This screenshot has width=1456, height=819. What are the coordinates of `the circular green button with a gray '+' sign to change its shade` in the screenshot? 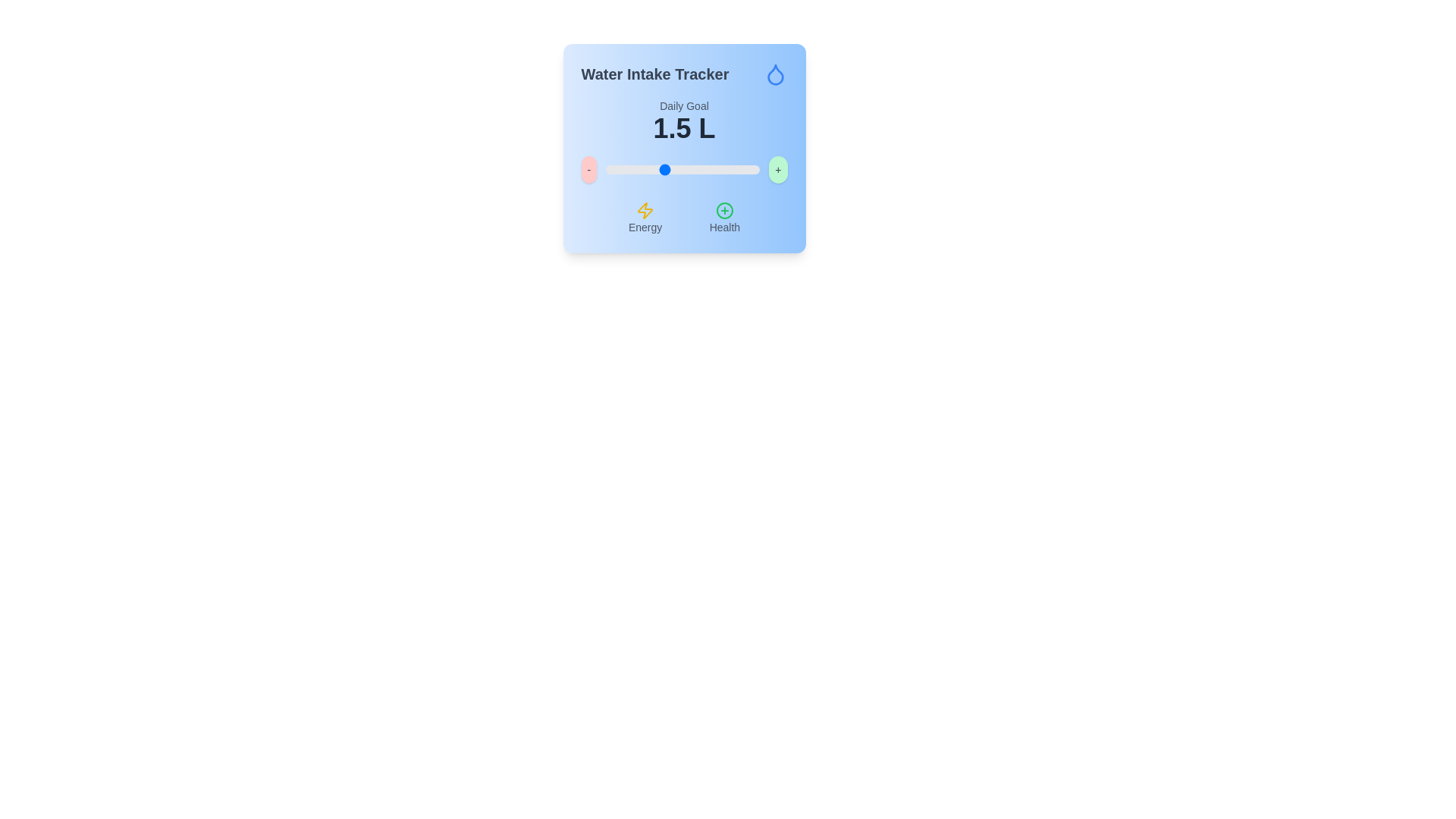 It's located at (778, 169).